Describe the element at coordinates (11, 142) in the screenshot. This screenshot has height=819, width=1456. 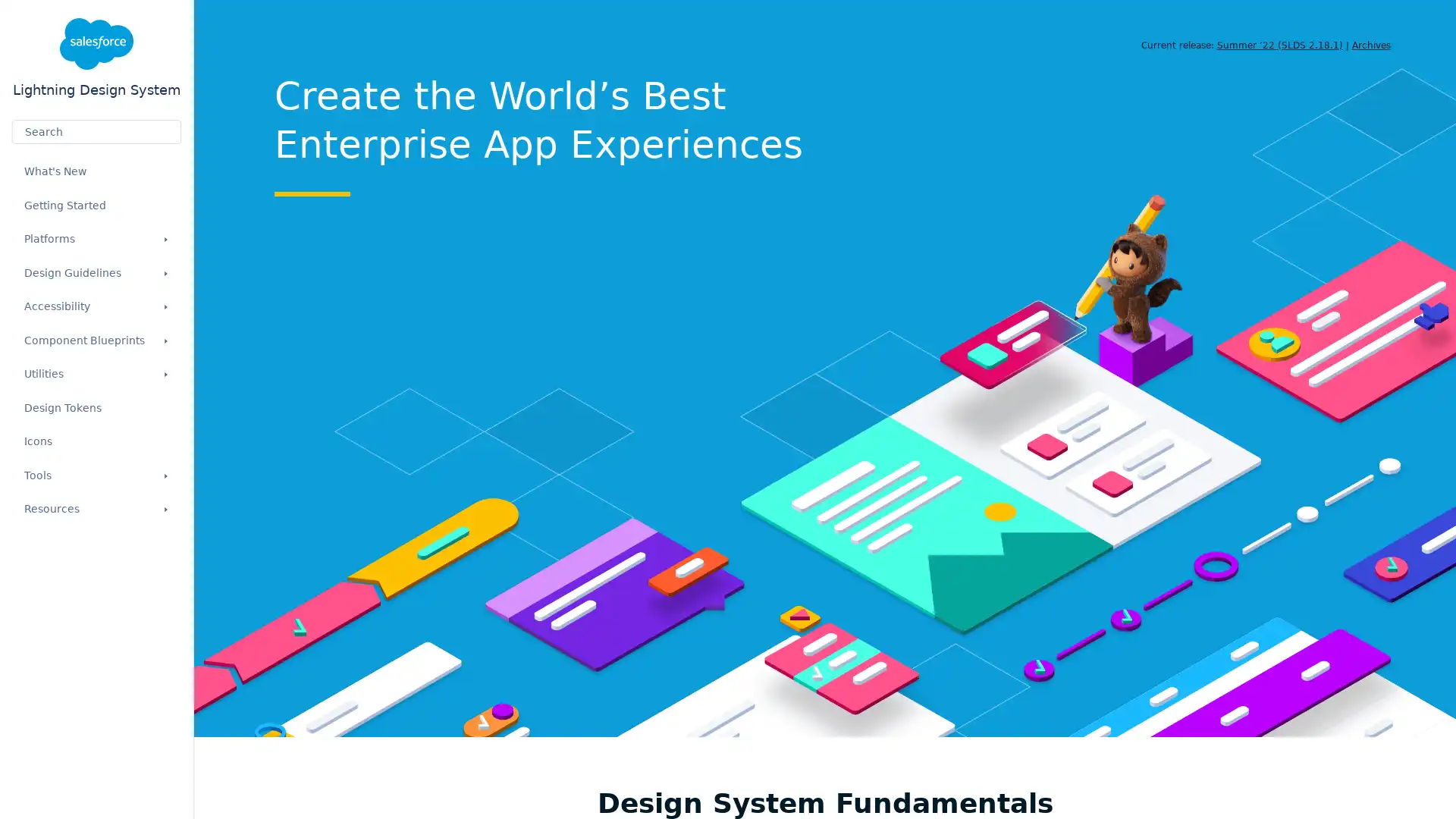
I see `Submit your search query` at that location.